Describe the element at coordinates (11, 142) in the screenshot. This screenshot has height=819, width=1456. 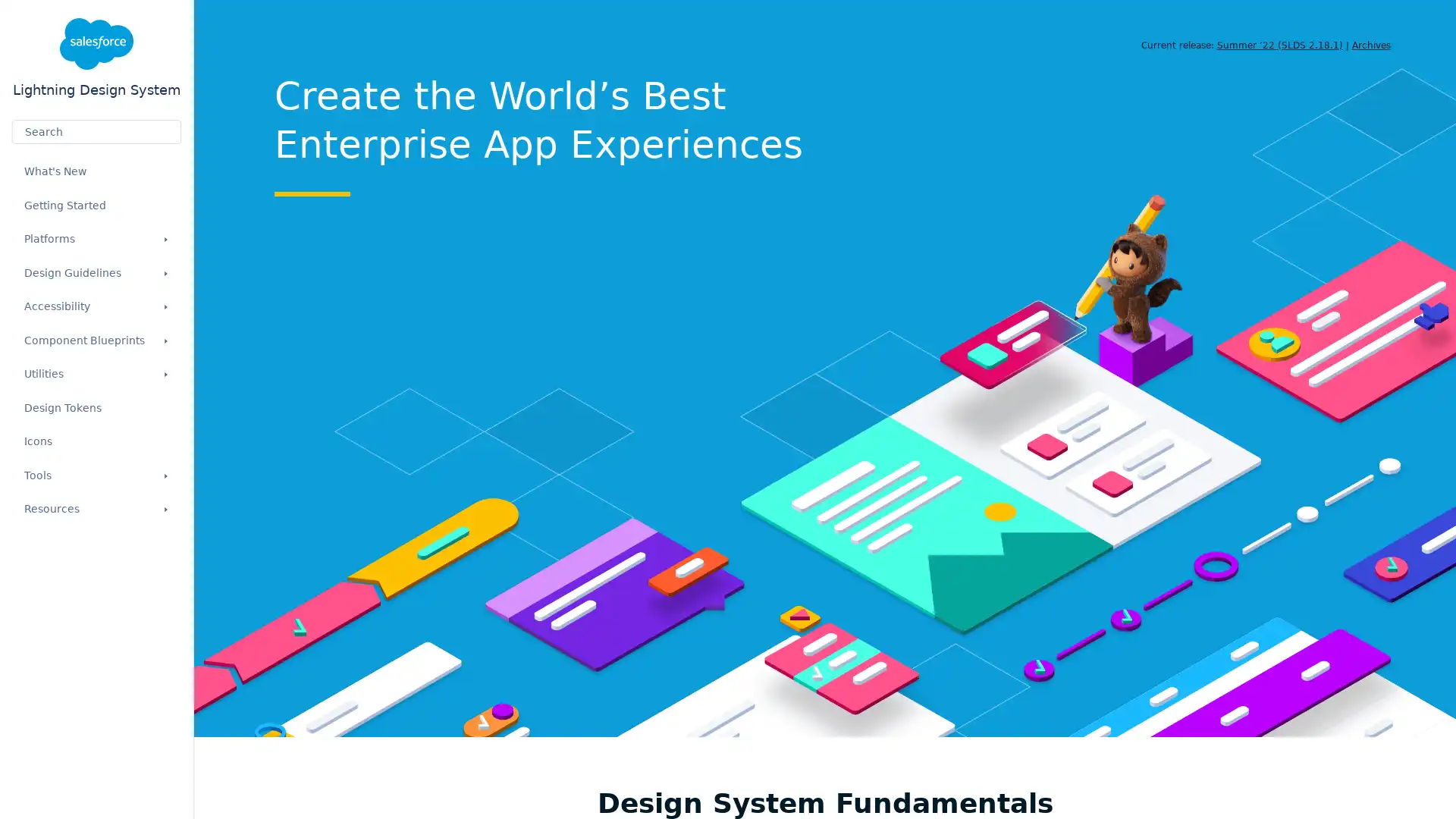
I see `Submit your search query` at that location.